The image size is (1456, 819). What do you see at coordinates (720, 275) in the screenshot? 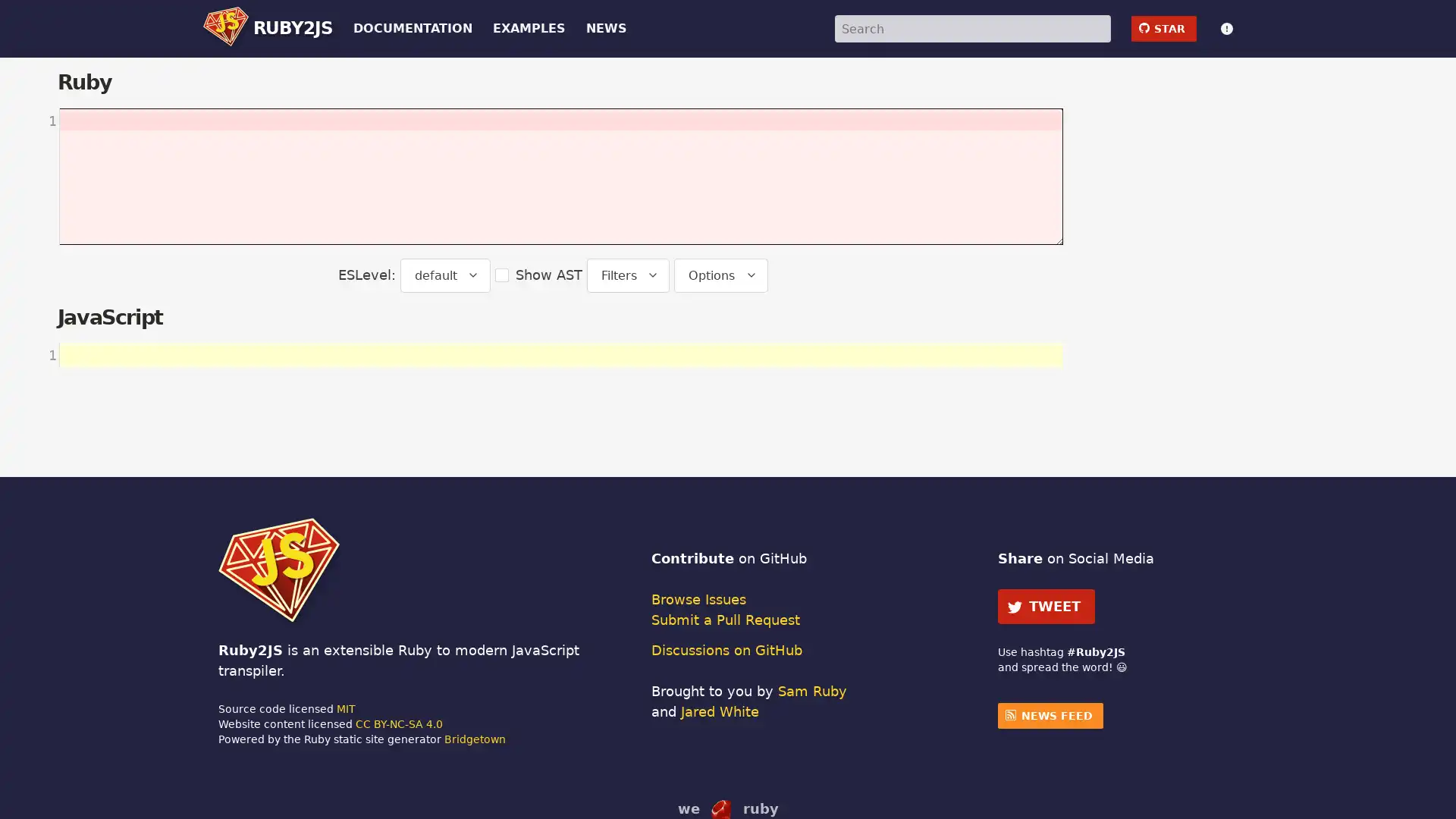
I see `Options` at bounding box center [720, 275].